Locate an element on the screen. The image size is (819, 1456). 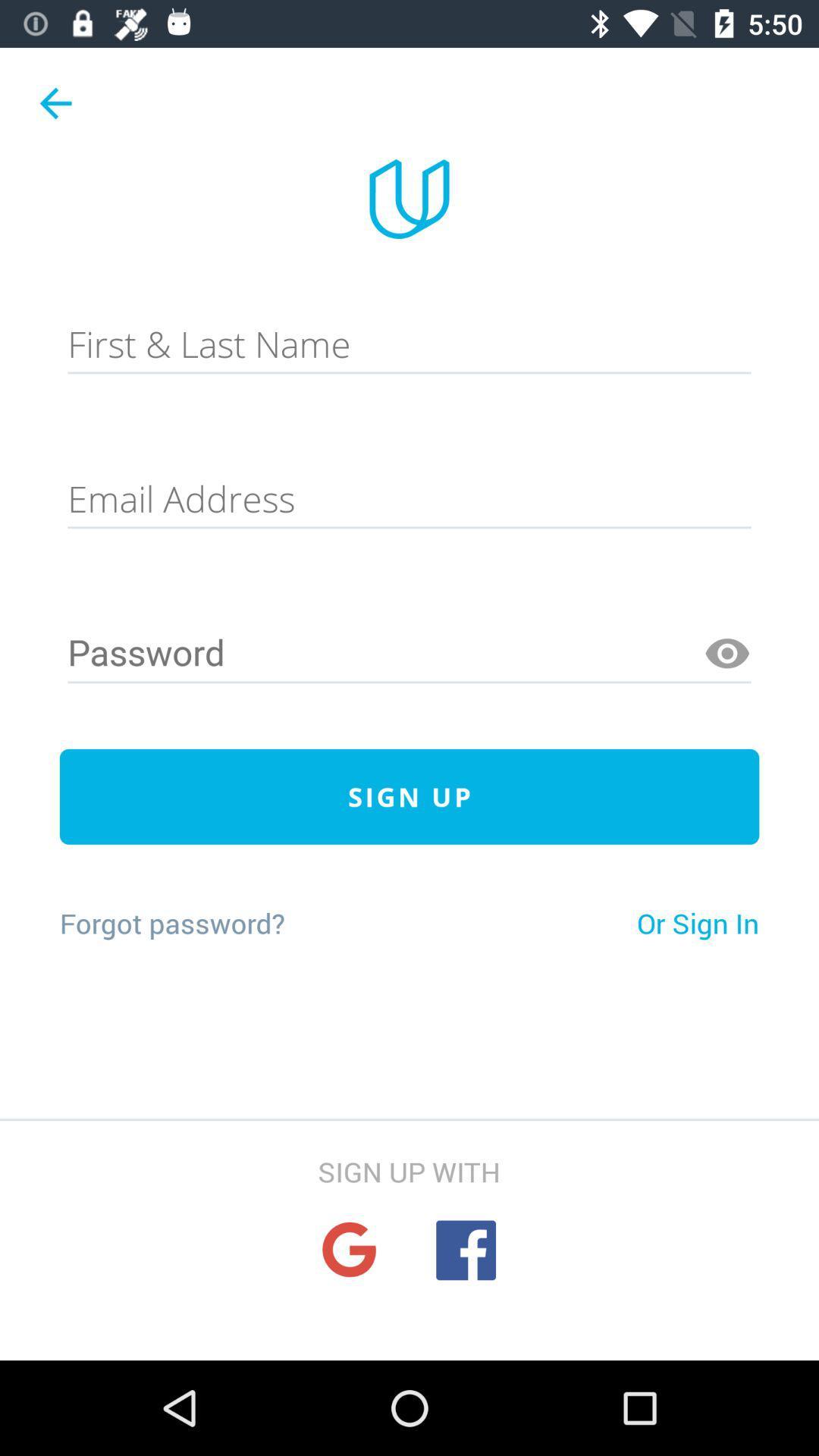
the forgot password? on the left is located at coordinates (171, 922).